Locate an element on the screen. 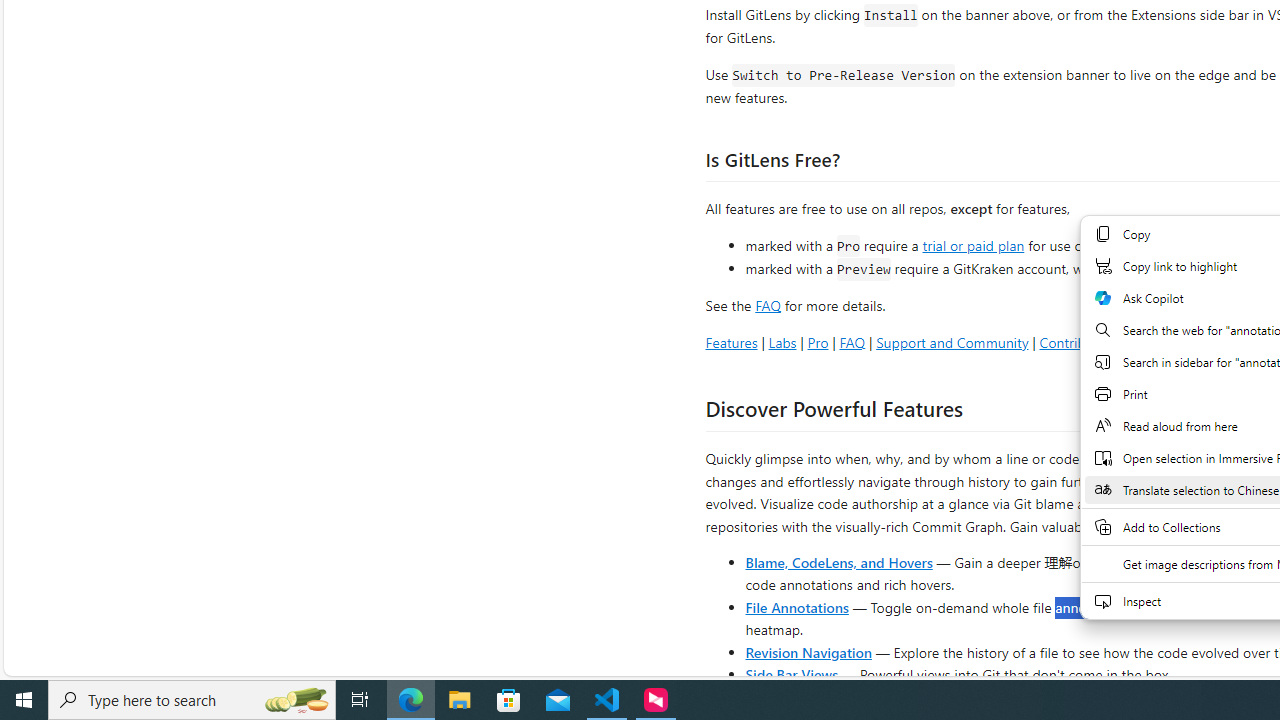 The width and height of the screenshot is (1280, 720). 'Side Bar Views' is located at coordinates (790, 673).